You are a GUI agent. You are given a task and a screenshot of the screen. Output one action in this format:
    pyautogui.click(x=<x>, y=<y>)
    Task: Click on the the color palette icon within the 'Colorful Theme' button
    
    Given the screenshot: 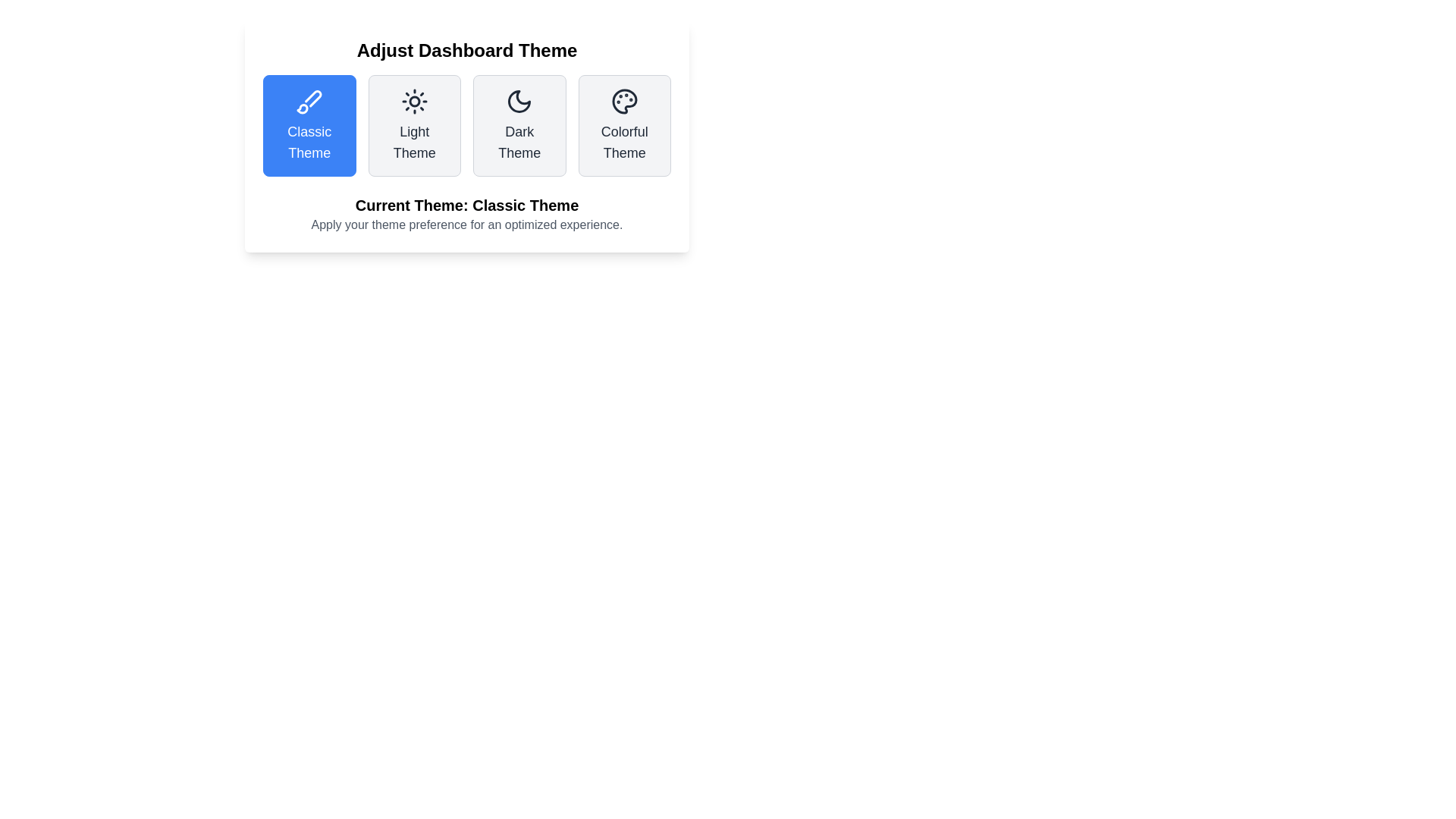 What is the action you would take?
    pyautogui.click(x=624, y=102)
    